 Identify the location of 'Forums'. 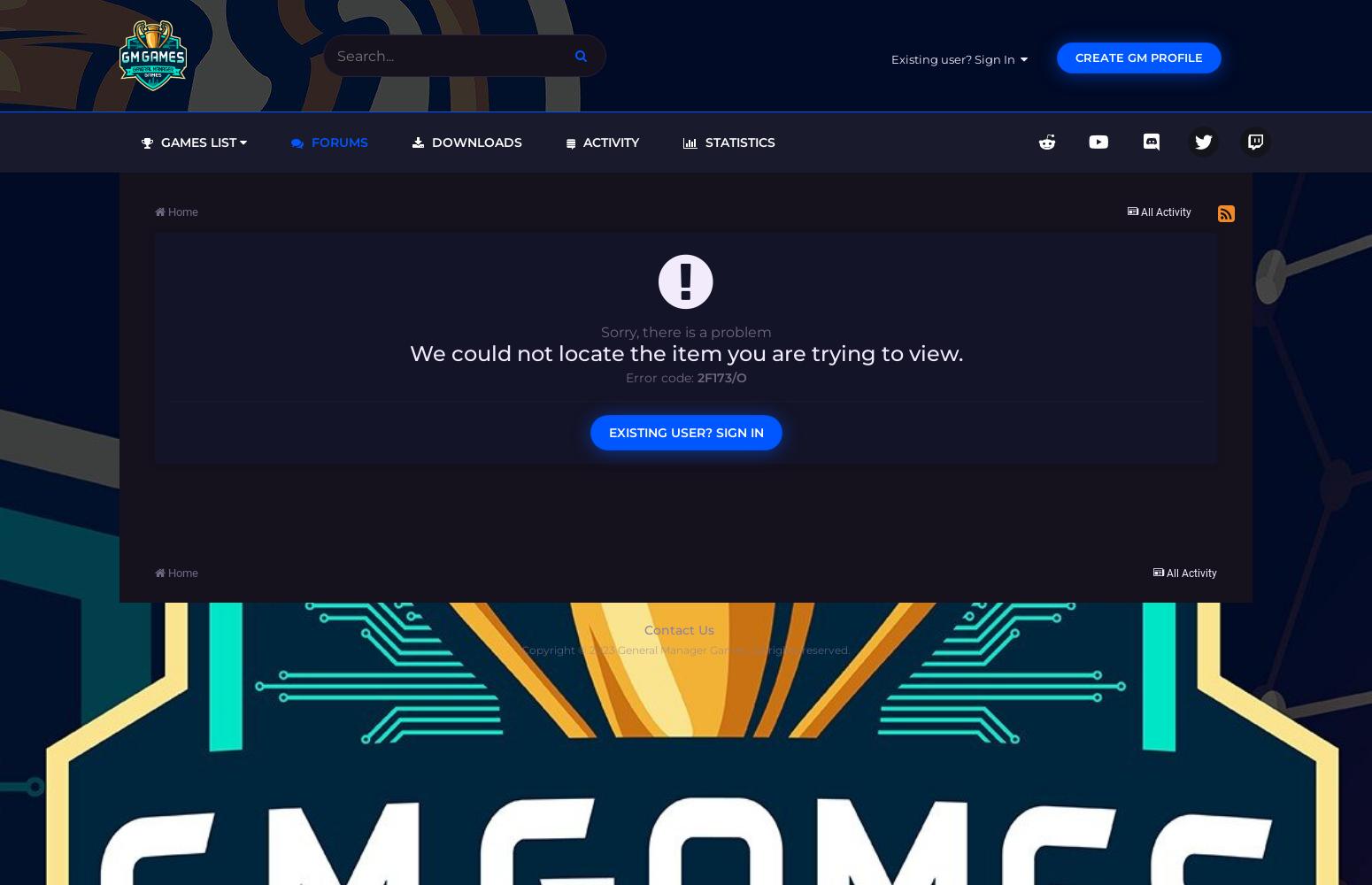
(337, 142).